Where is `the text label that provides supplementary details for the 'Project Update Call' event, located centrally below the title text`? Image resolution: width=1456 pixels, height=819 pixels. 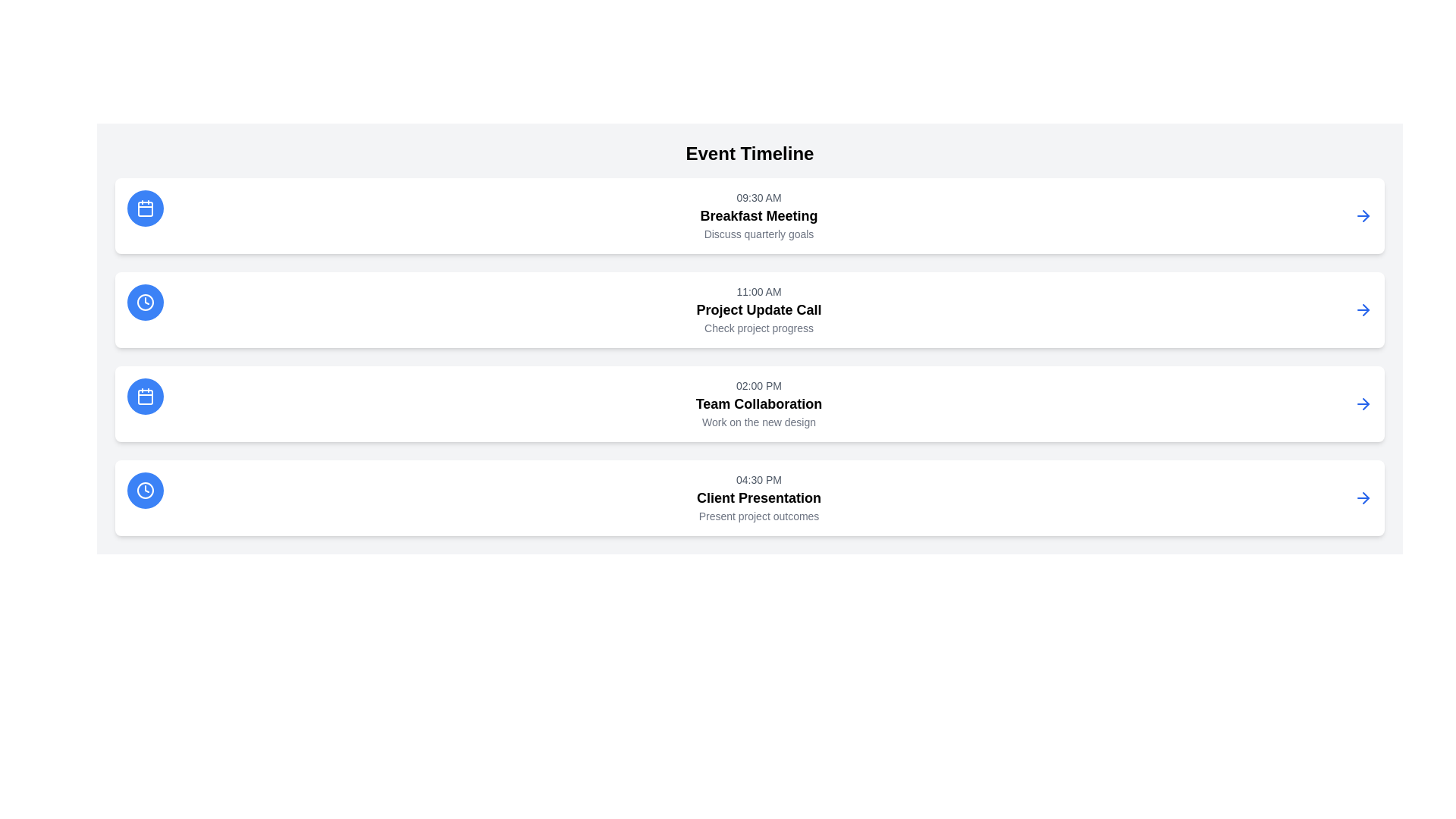
the text label that provides supplementary details for the 'Project Update Call' event, located centrally below the title text is located at coordinates (759, 327).